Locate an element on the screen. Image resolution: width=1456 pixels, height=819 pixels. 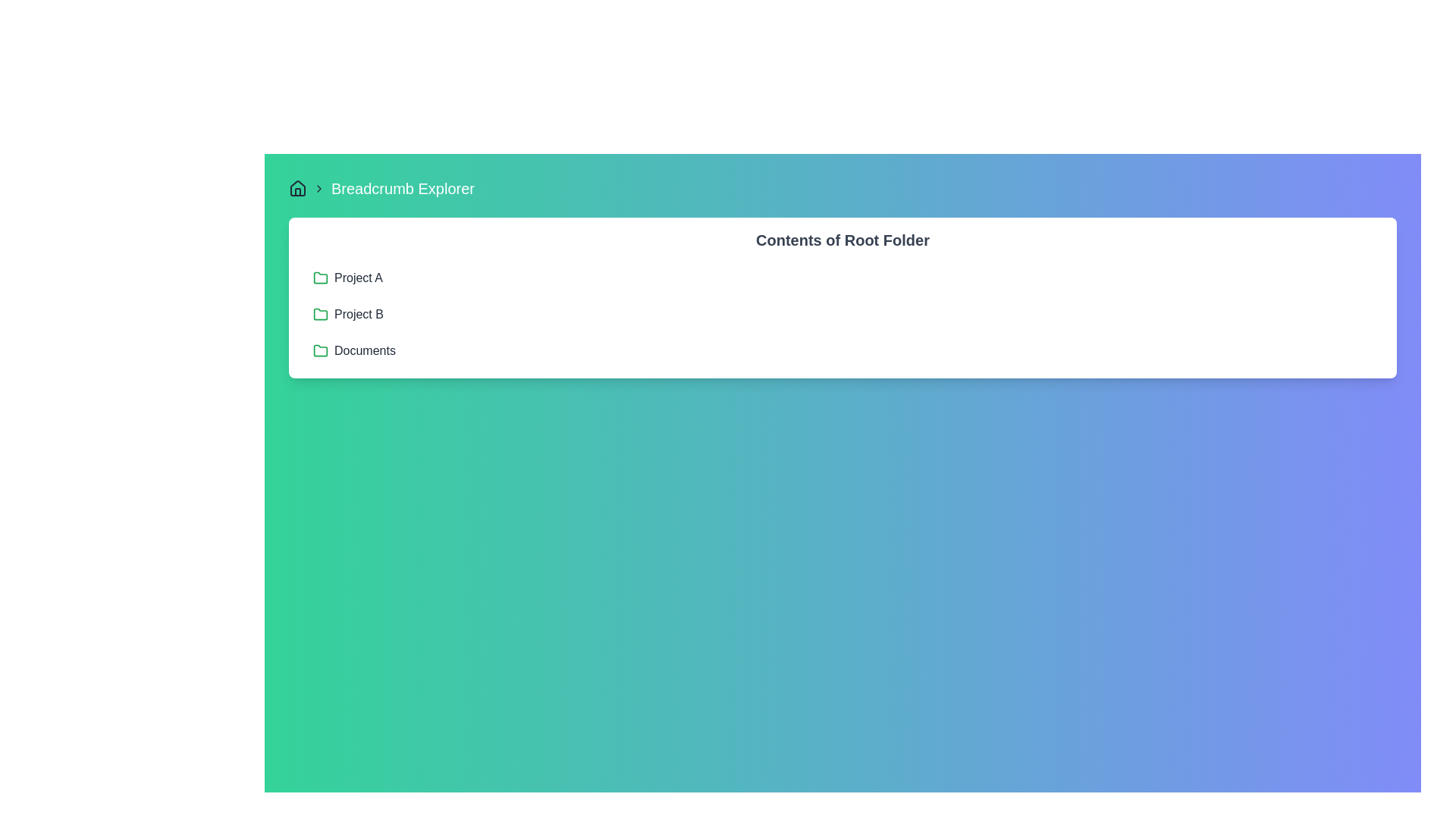
the small rightward-pointing chevron icon in the breadcrumb navigation, which is styled in dark gray and positioned between the home icon and the text 'Breadcrumb Explorer' is located at coordinates (318, 188).